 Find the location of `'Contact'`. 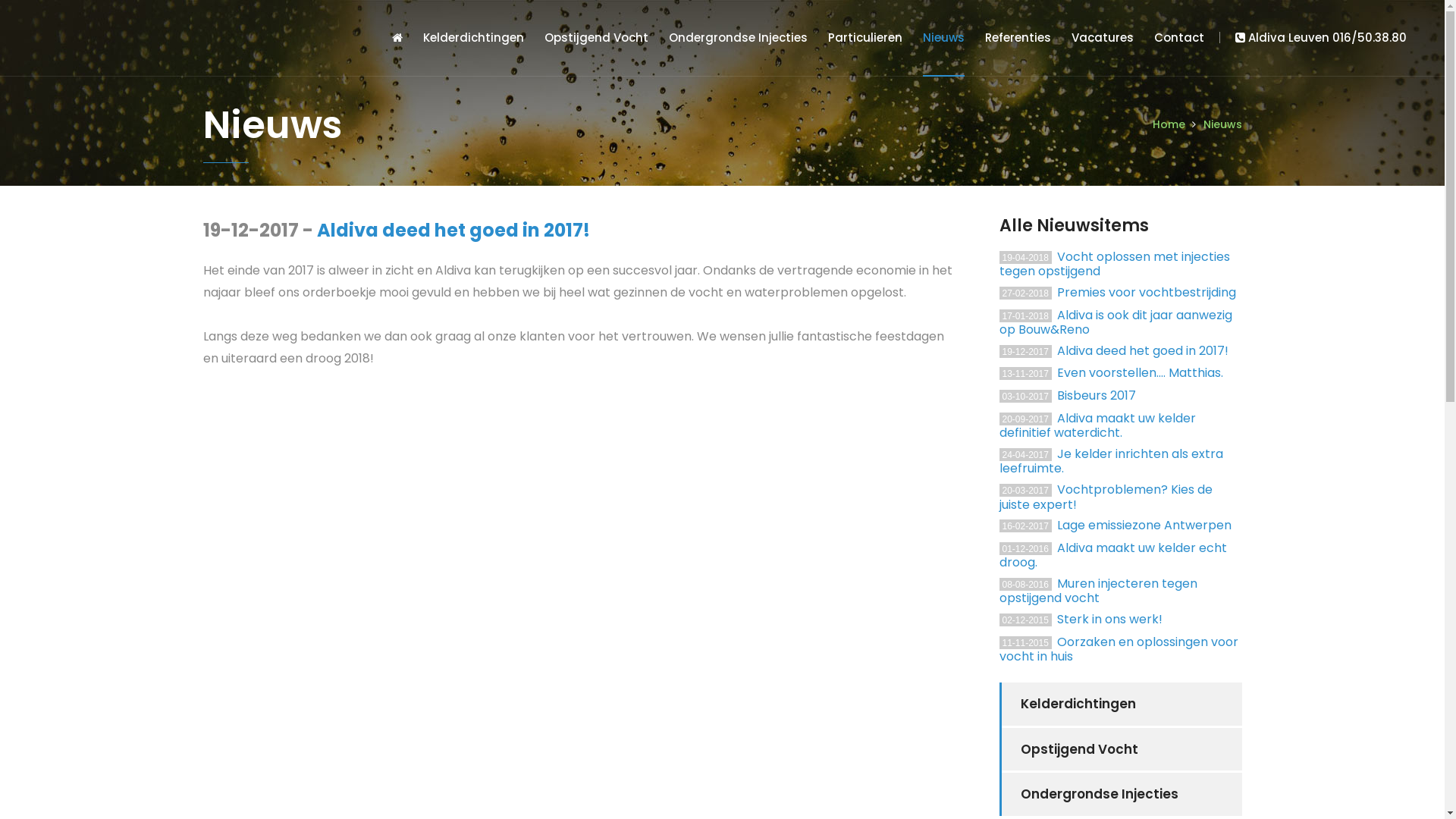

'Contact' is located at coordinates (1153, 37).